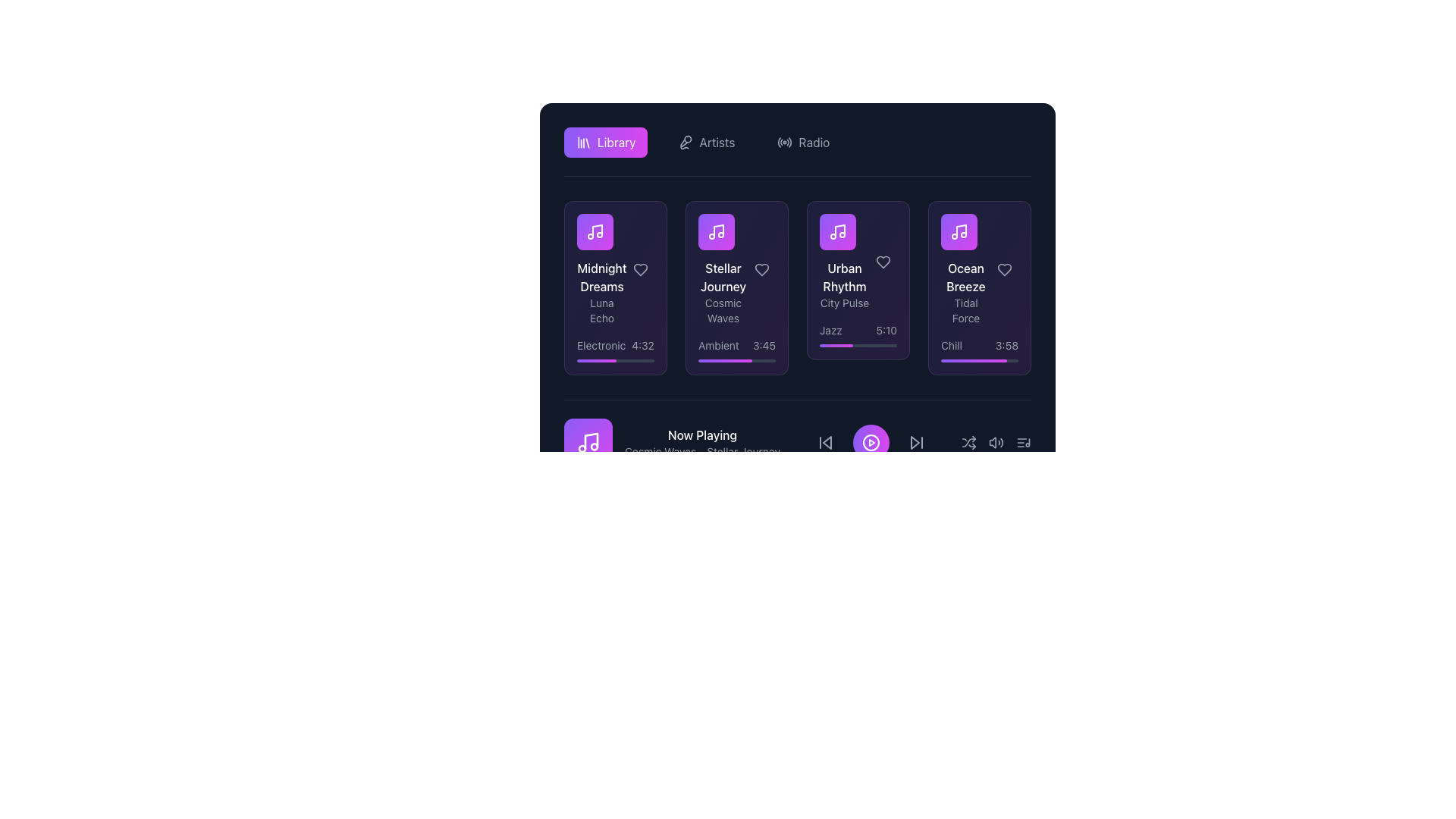 The height and width of the screenshot is (819, 1456). I want to click on the microphone icon located under the 'Artists' label in the top navigation bar, which is the middle icon among three icons, so click(683, 143).